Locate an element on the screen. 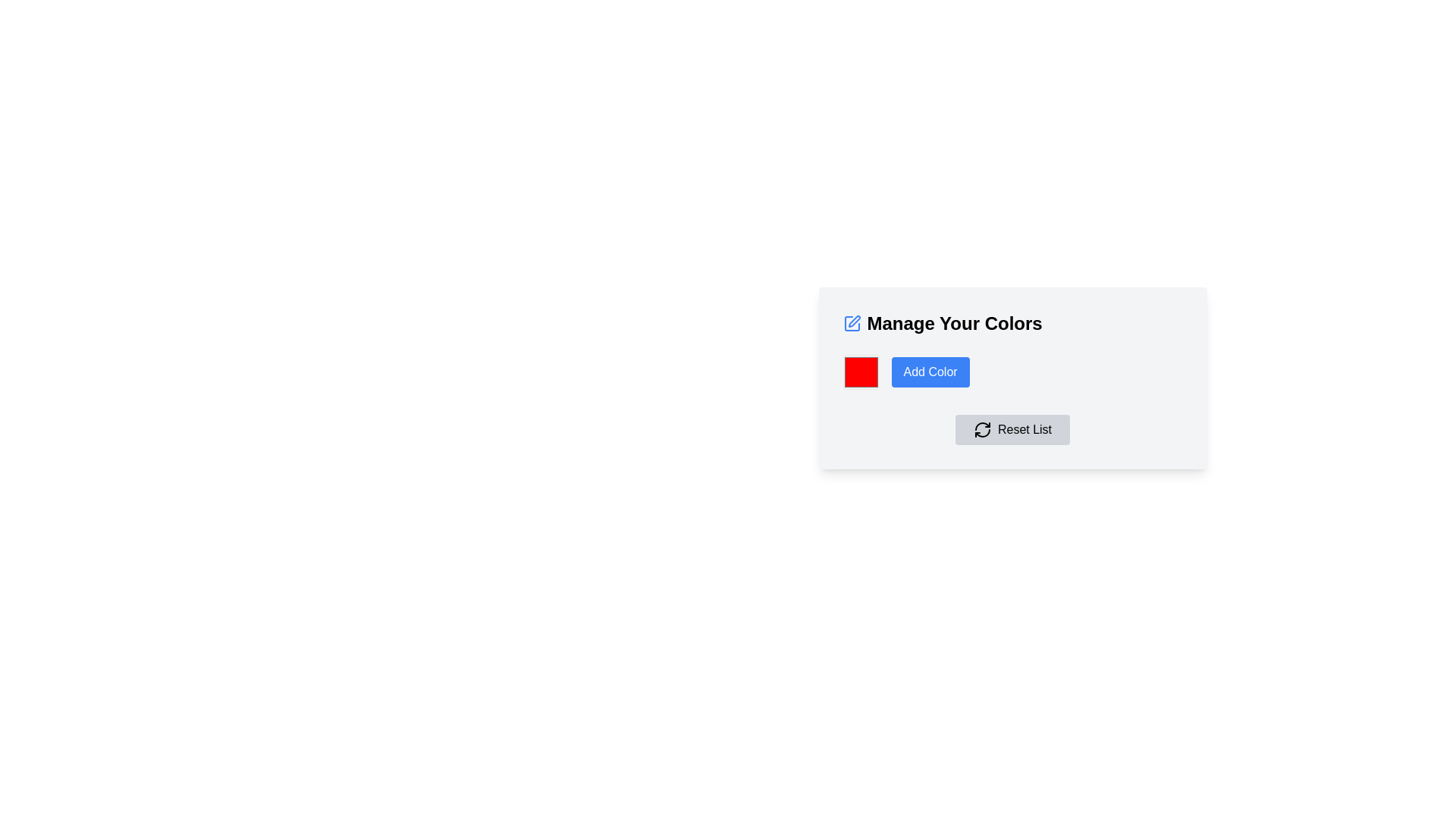 Image resolution: width=1456 pixels, height=819 pixels. the circular refresh icon within the 'Reset List' button located at the bottom center of the interface in the 'Manage Your Colors' box is located at coordinates (983, 430).